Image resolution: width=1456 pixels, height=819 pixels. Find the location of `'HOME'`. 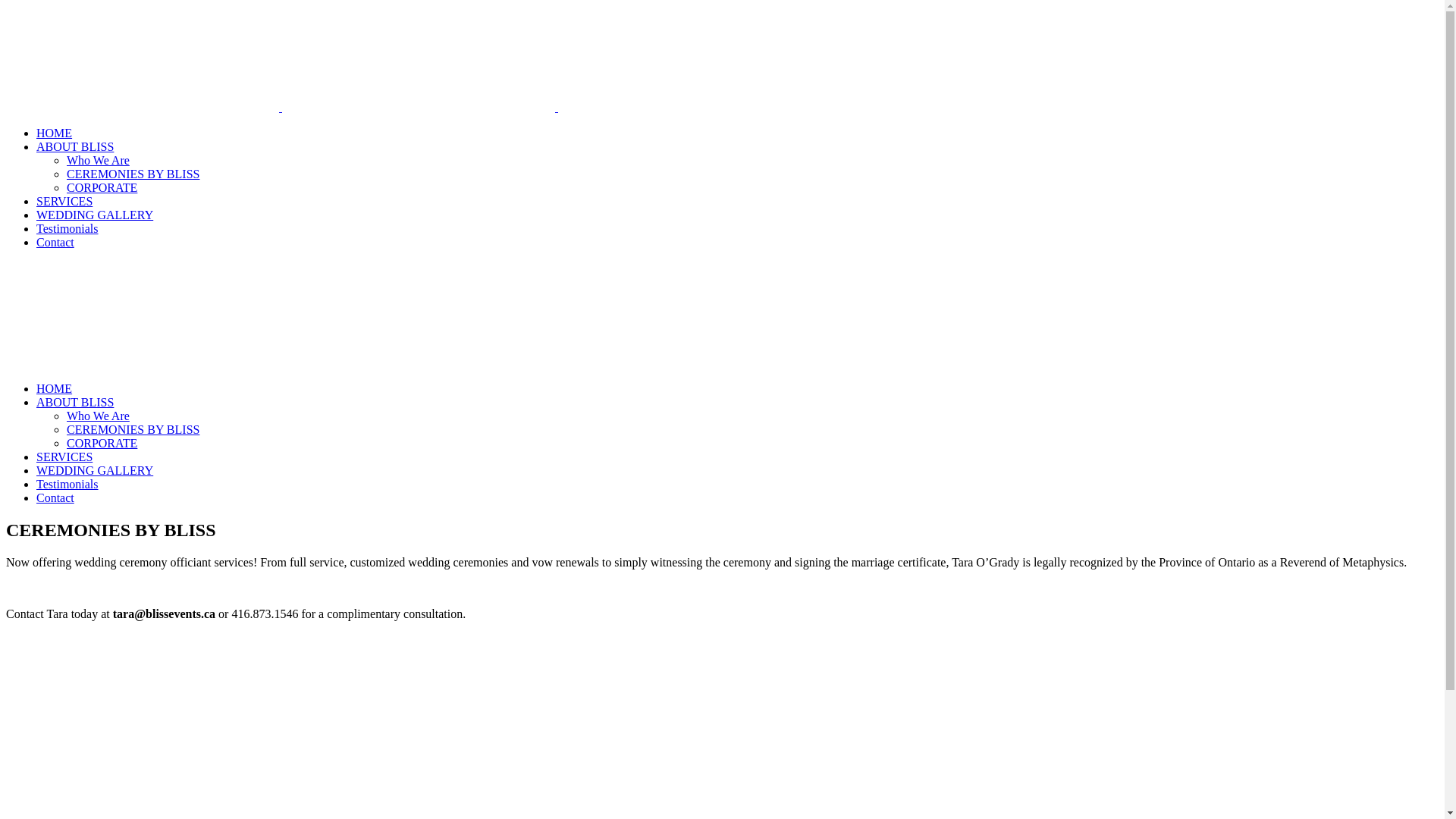

'HOME' is located at coordinates (54, 132).